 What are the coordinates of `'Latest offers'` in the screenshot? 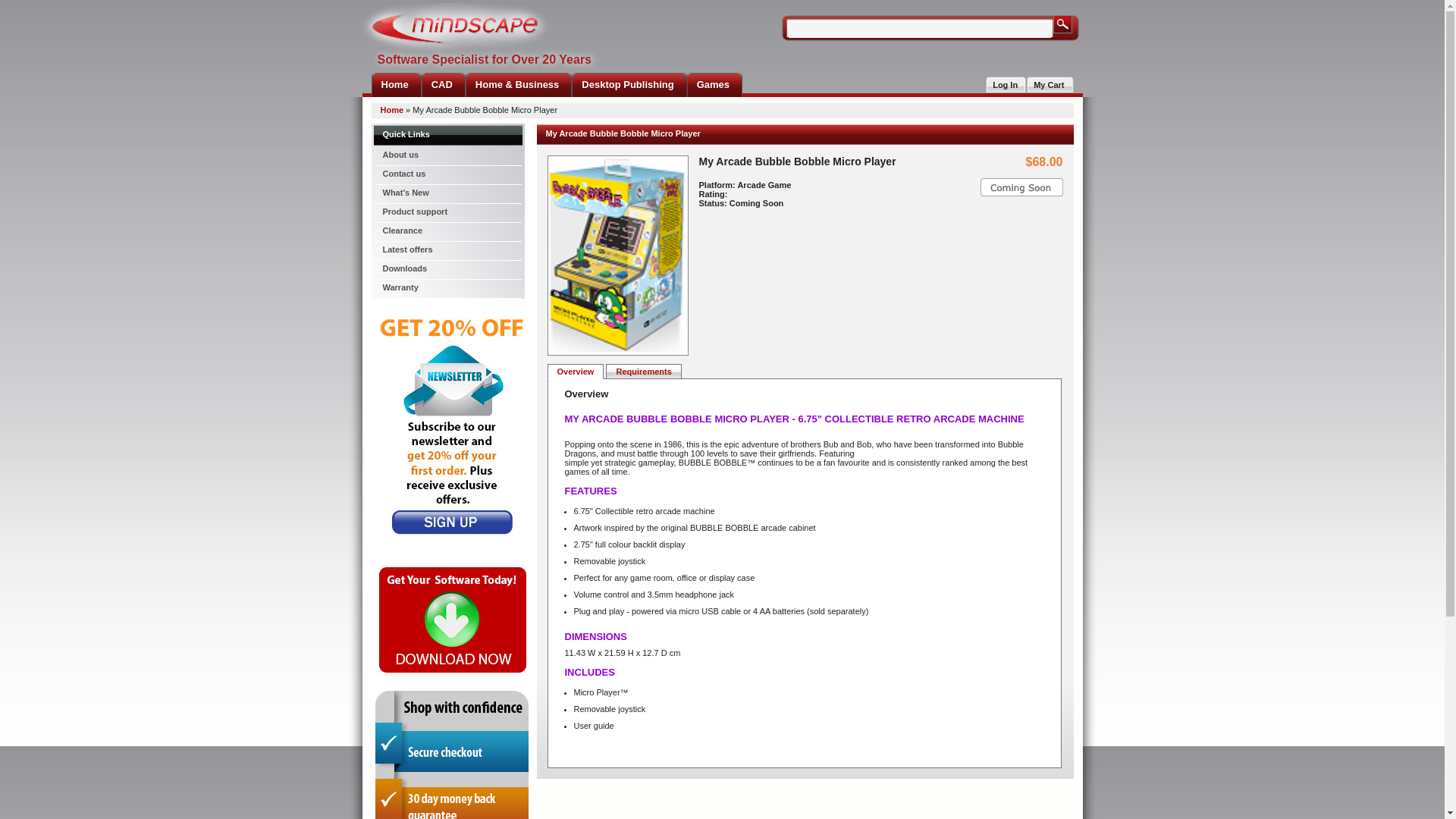 It's located at (375, 250).